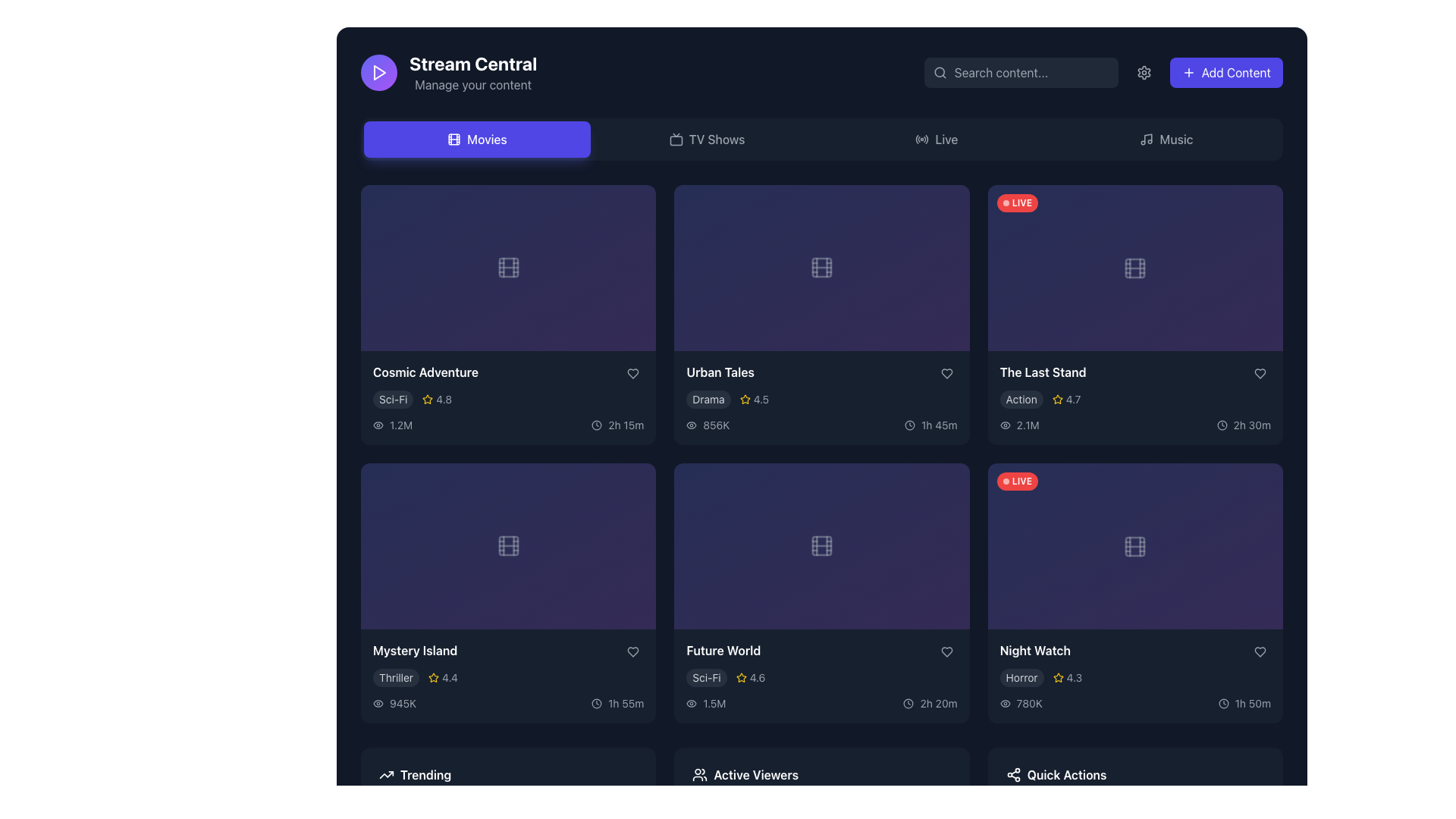 The width and height of the screenshot is (1456, 819). I want to click on the genre label 'Drama', which is a rounded rectangle with a dark gray background and light gray text, located below the title 'Urban Tales', so click(708, 398).